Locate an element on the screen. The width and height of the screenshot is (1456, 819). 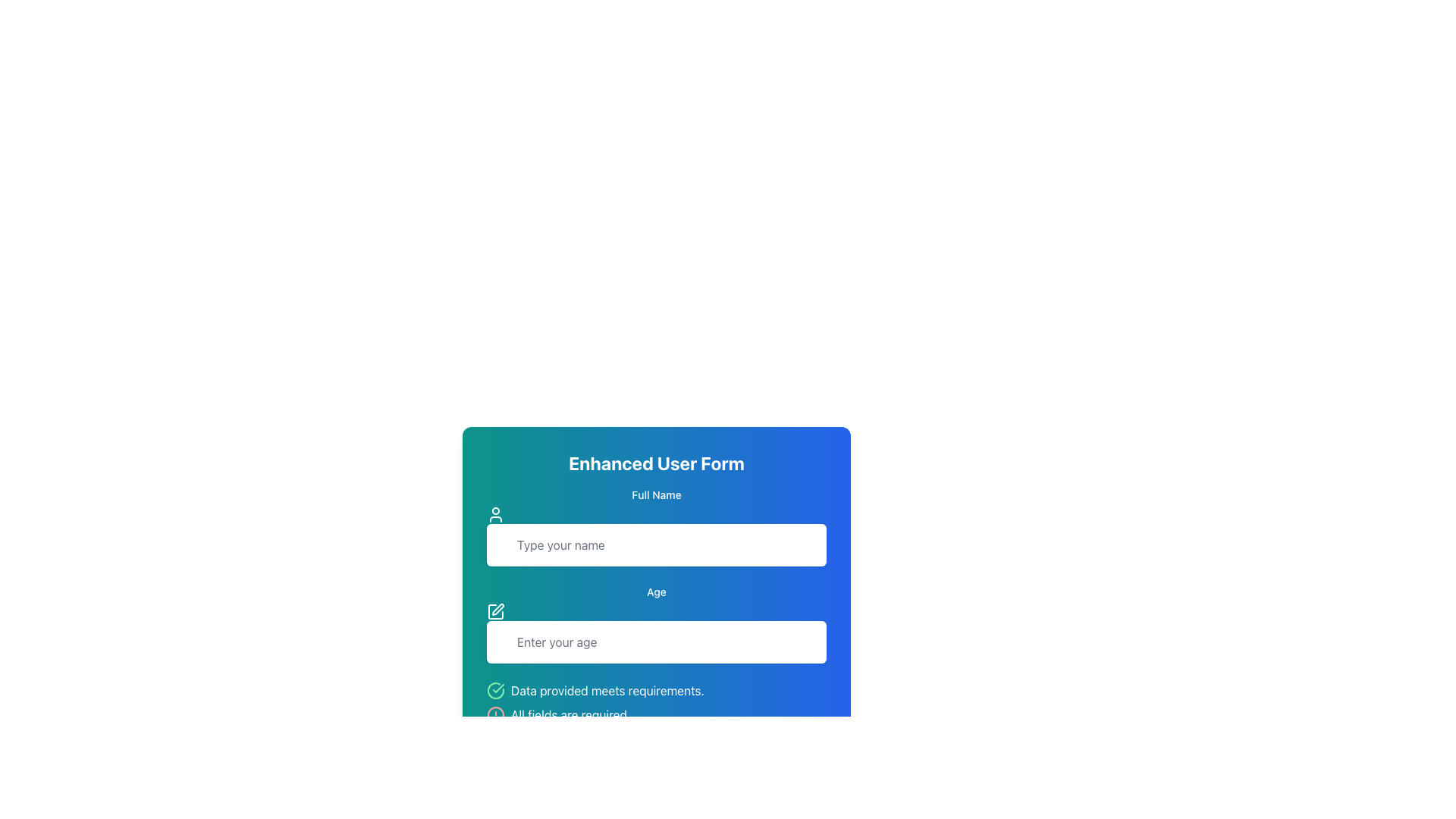
the graphical icon indicating the 'Age' field, which is positioned above the input field and adjacent to the left-hand side of the entry box is located at coordinates (498, 608).